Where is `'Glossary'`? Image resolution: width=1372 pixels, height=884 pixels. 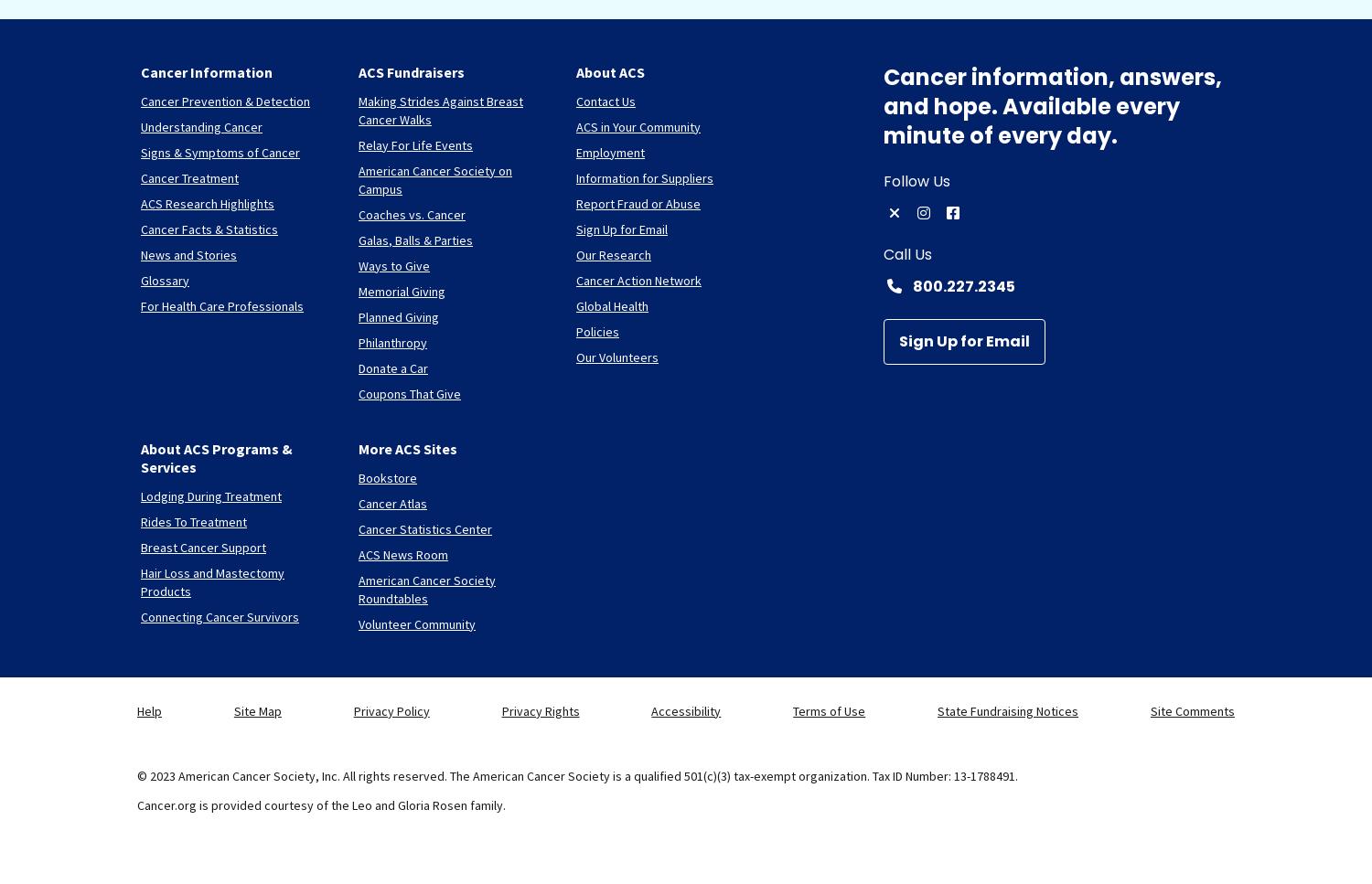
'Glossary' is located at coordinates (165, 279).